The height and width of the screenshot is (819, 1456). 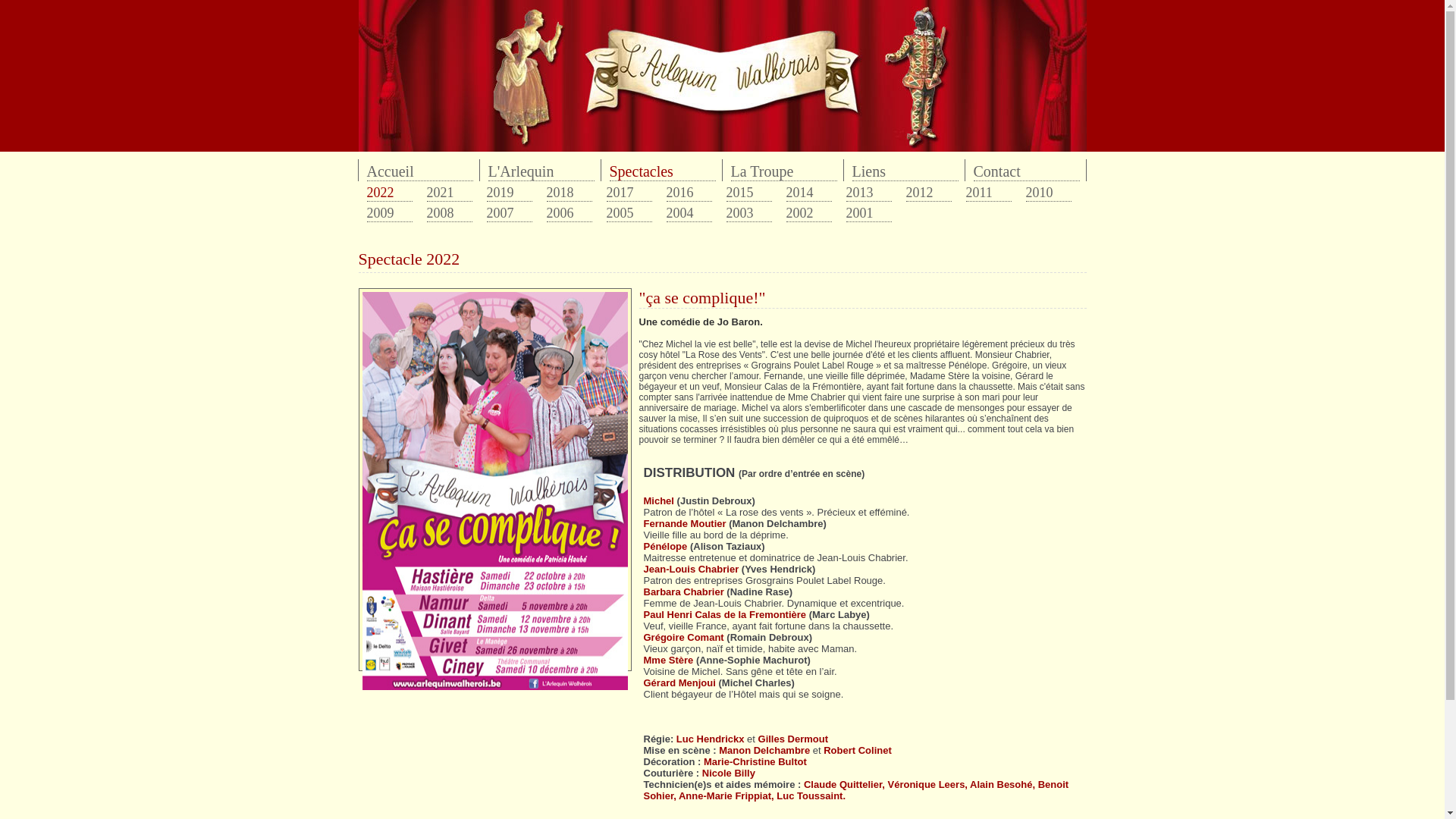 What do you see at coordinates (567, 213) in the screenshot?
I see `'2006'` at bounding box center [567, 213].